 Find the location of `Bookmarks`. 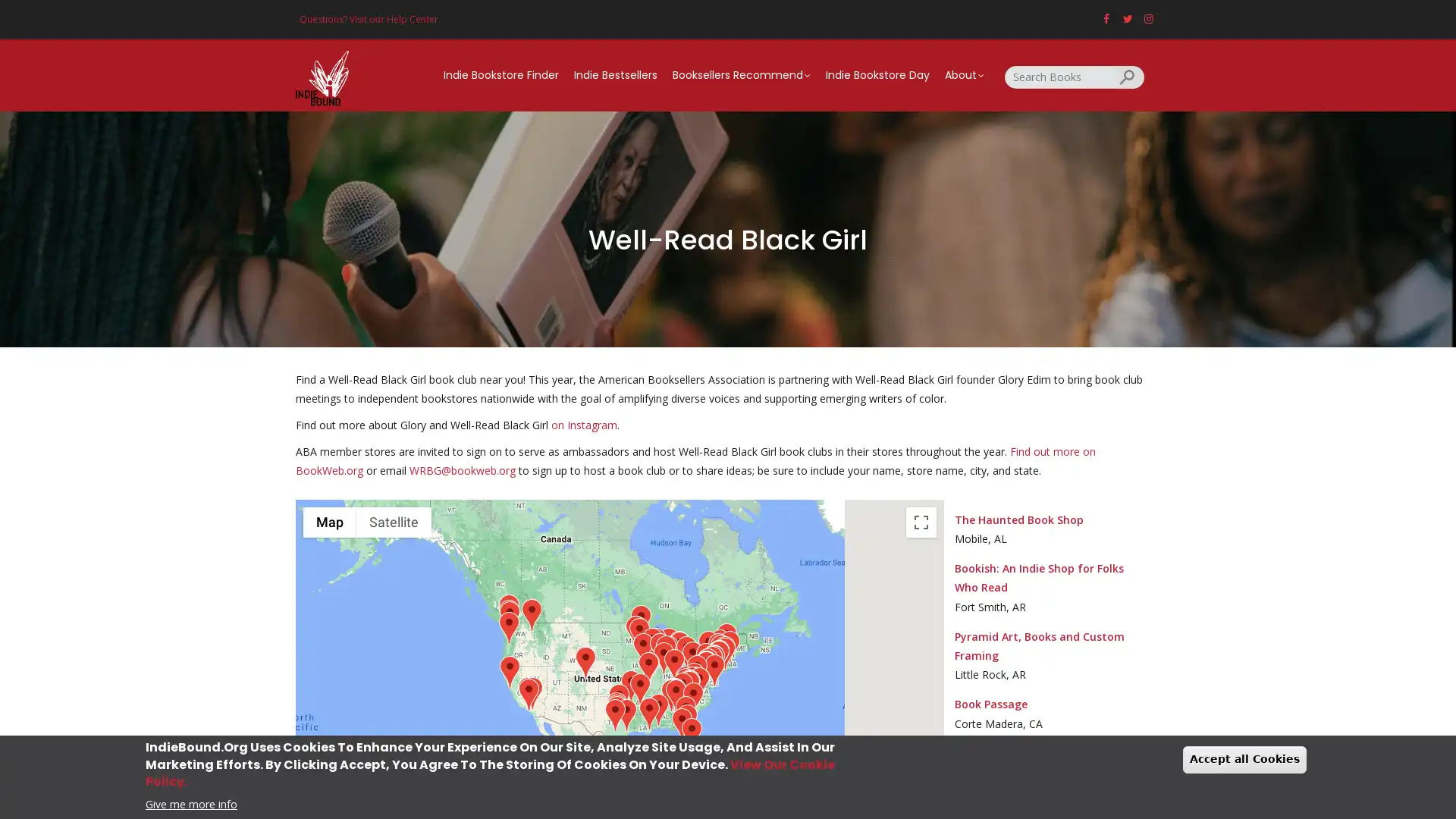

Bookmarks is located at coordinates (690, 681).